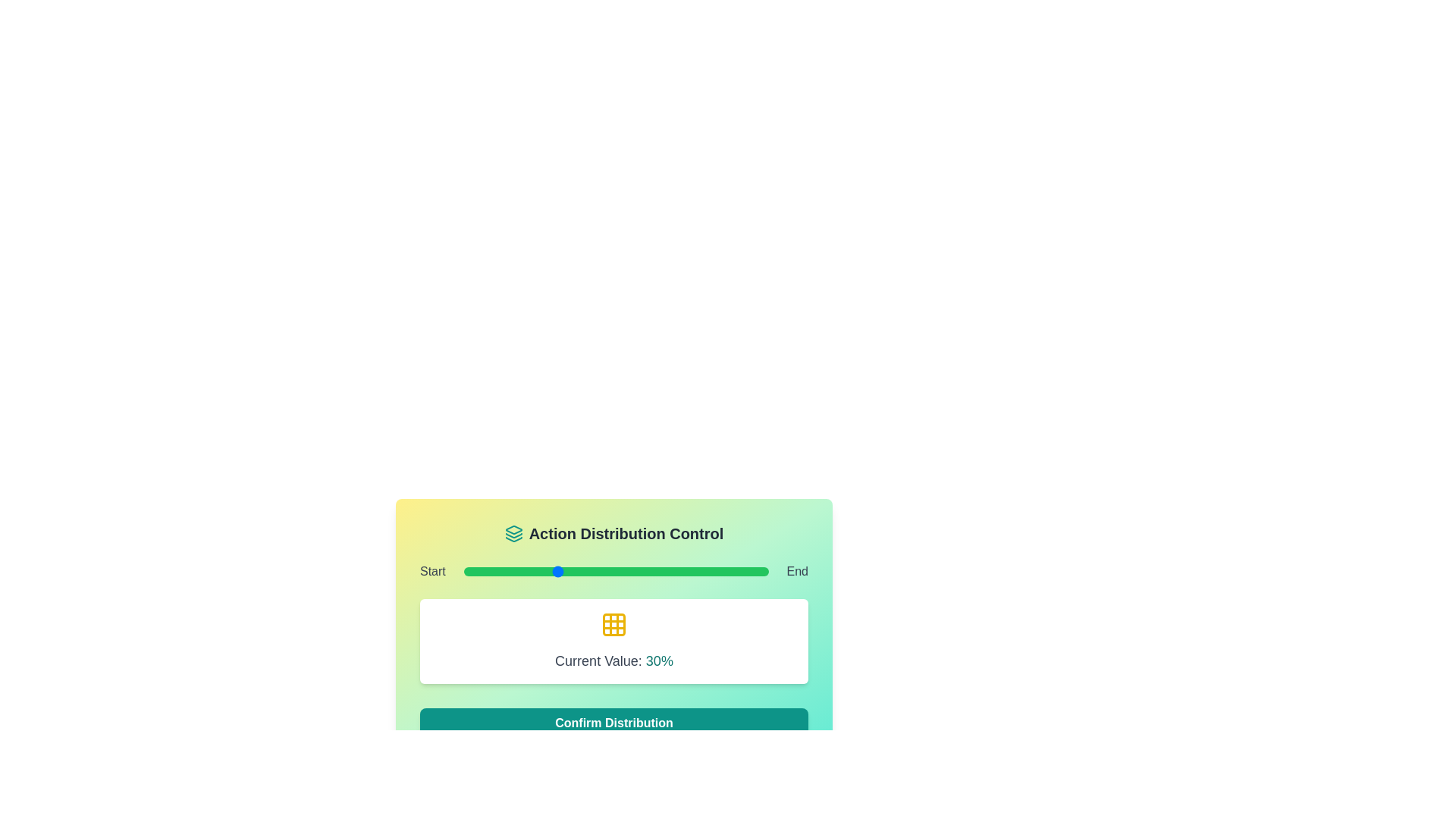 This screenshot has width=1456, height=819. Describe the element at coordinates (692, 571) in the screenshot. I see `the slider to set its value to 75%` at that location.